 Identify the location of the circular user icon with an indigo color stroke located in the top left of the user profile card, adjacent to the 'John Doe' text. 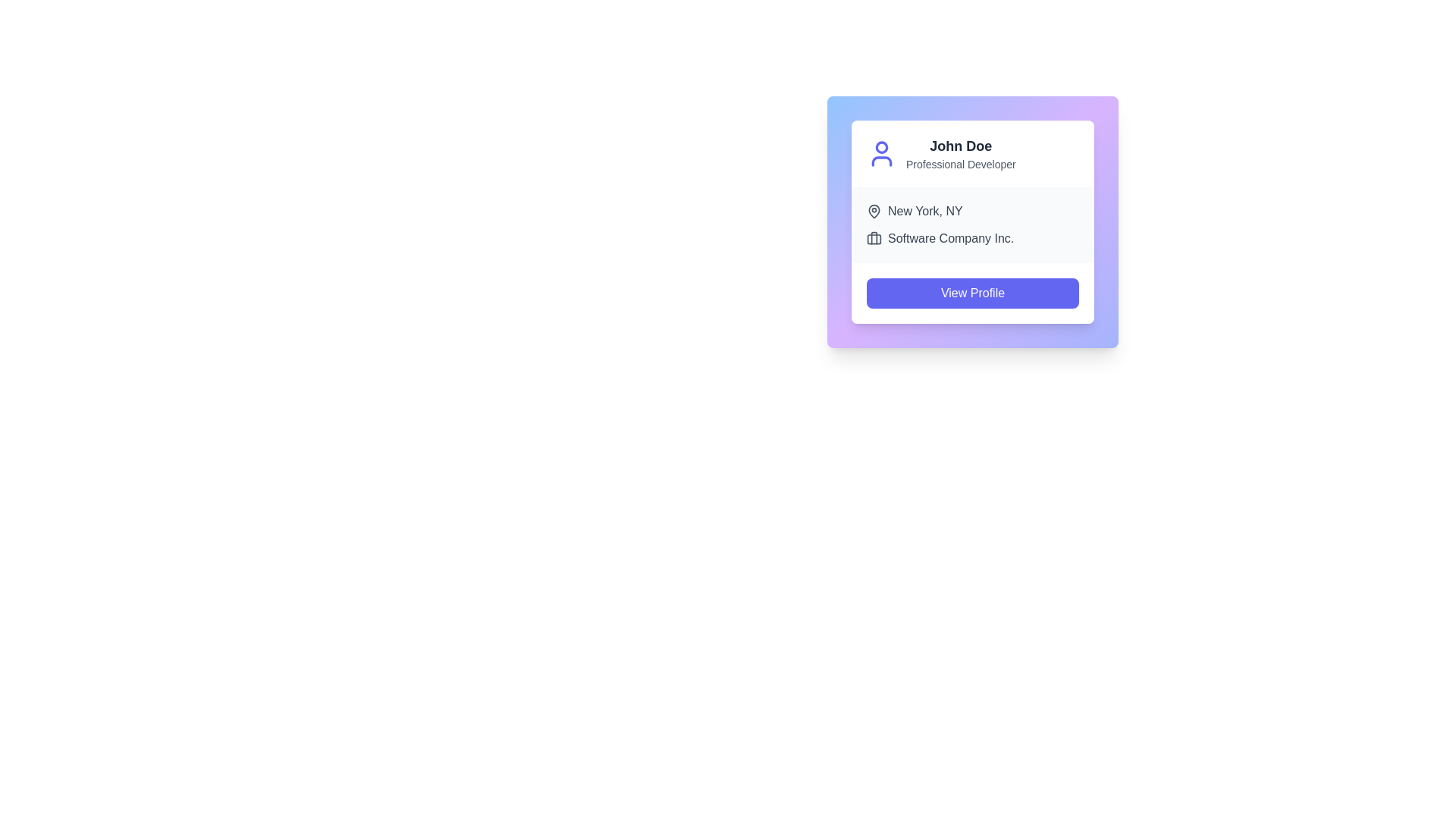
(881, 154).